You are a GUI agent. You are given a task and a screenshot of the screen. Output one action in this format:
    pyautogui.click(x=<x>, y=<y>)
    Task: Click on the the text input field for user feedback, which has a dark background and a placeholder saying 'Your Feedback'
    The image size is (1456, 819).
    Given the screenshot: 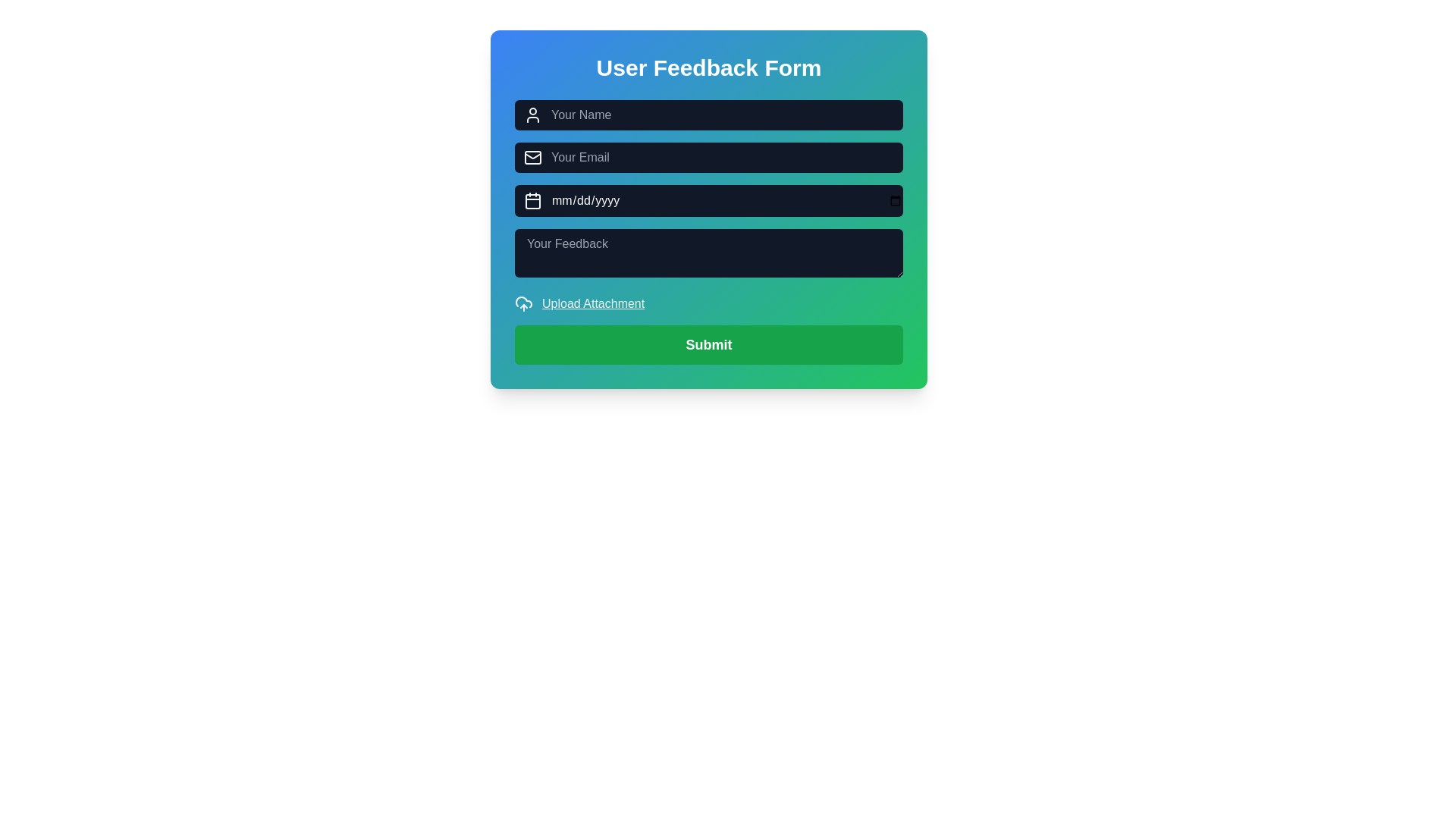 What is the action you would take?
    pyautogui.click(x=708, y=231)
    